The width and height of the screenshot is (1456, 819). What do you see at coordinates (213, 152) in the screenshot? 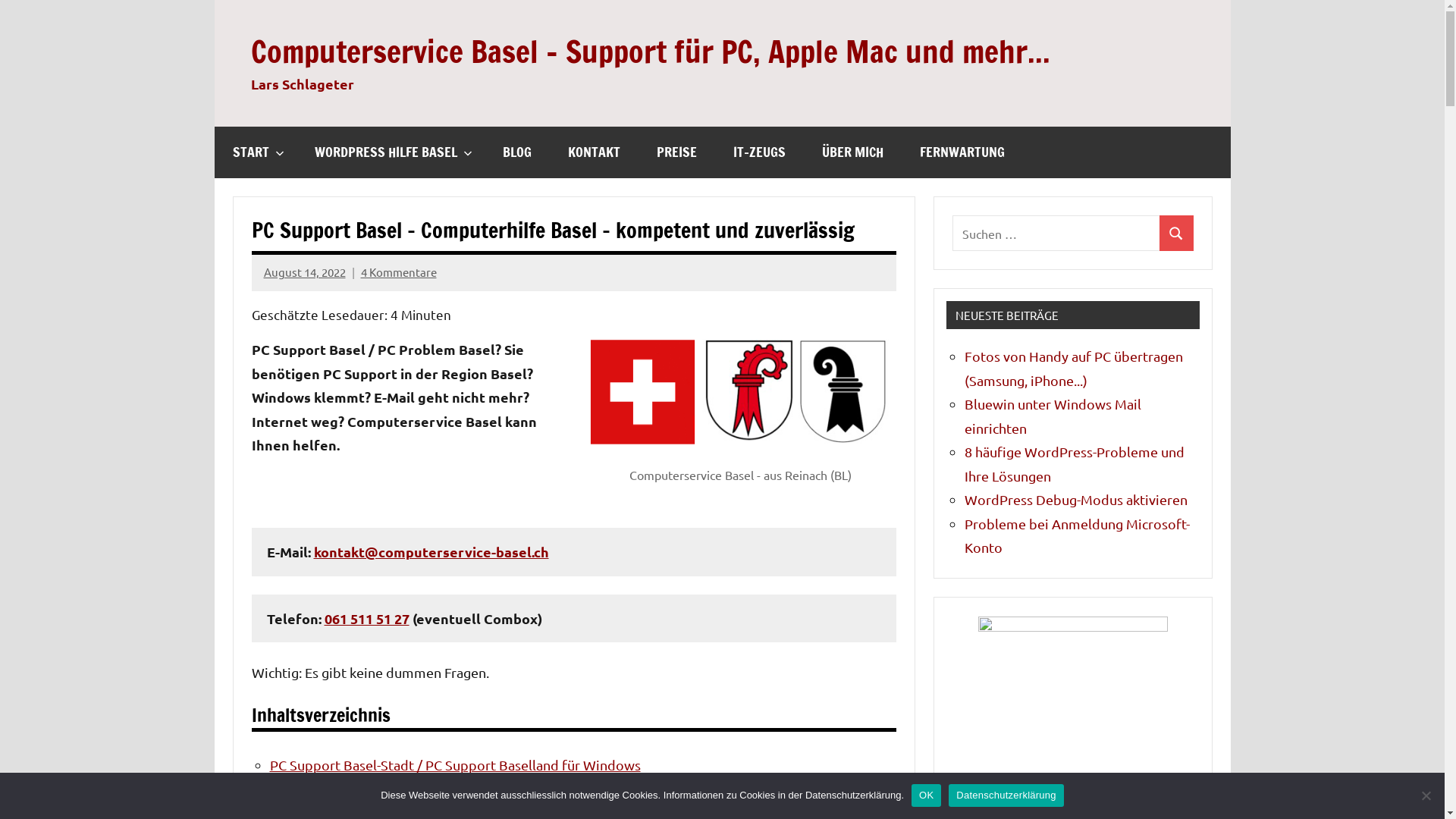
I see `'START'` at bounding box center [213, 152].